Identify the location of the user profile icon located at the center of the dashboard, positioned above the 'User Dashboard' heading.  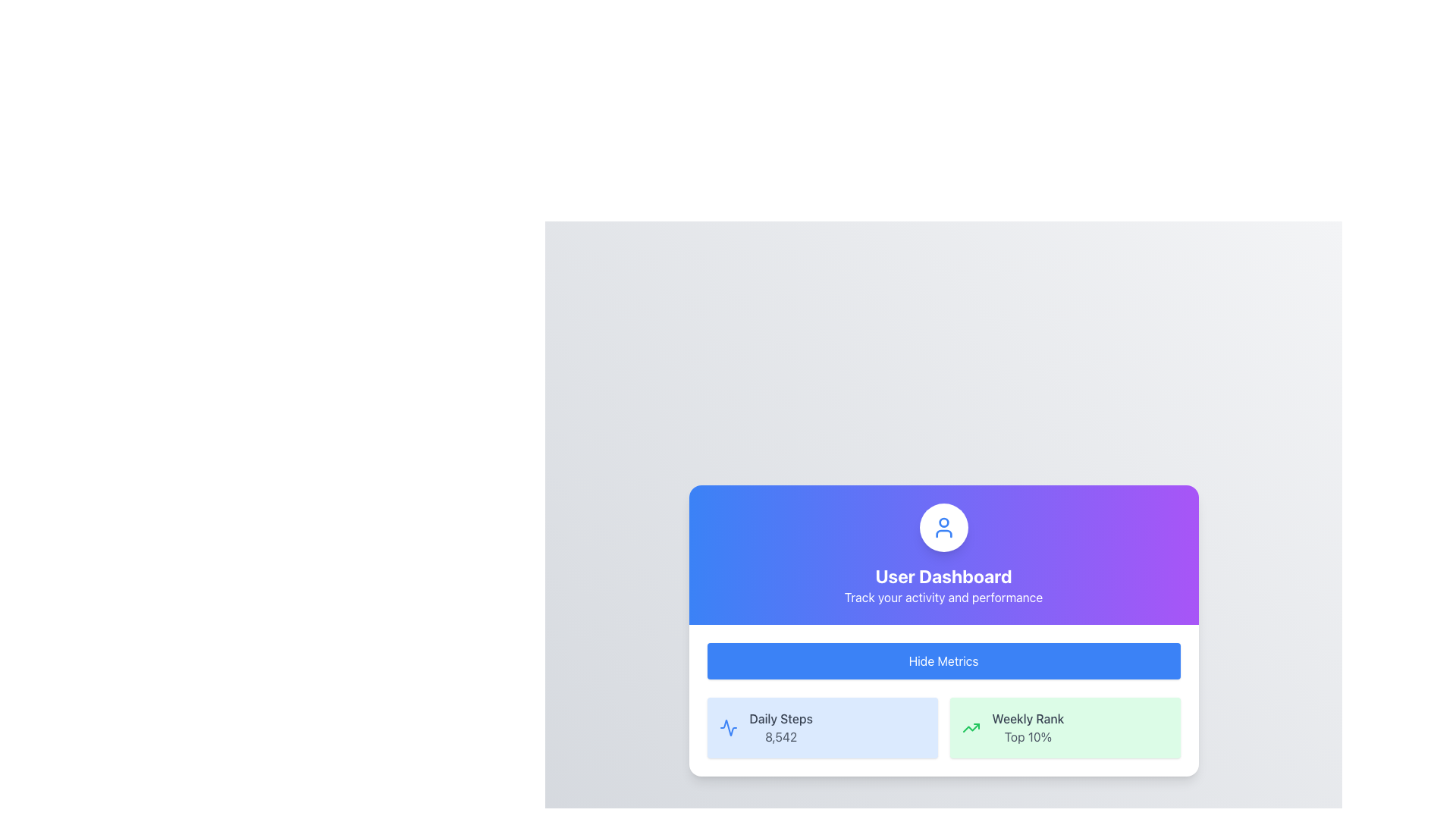
(943, 526).